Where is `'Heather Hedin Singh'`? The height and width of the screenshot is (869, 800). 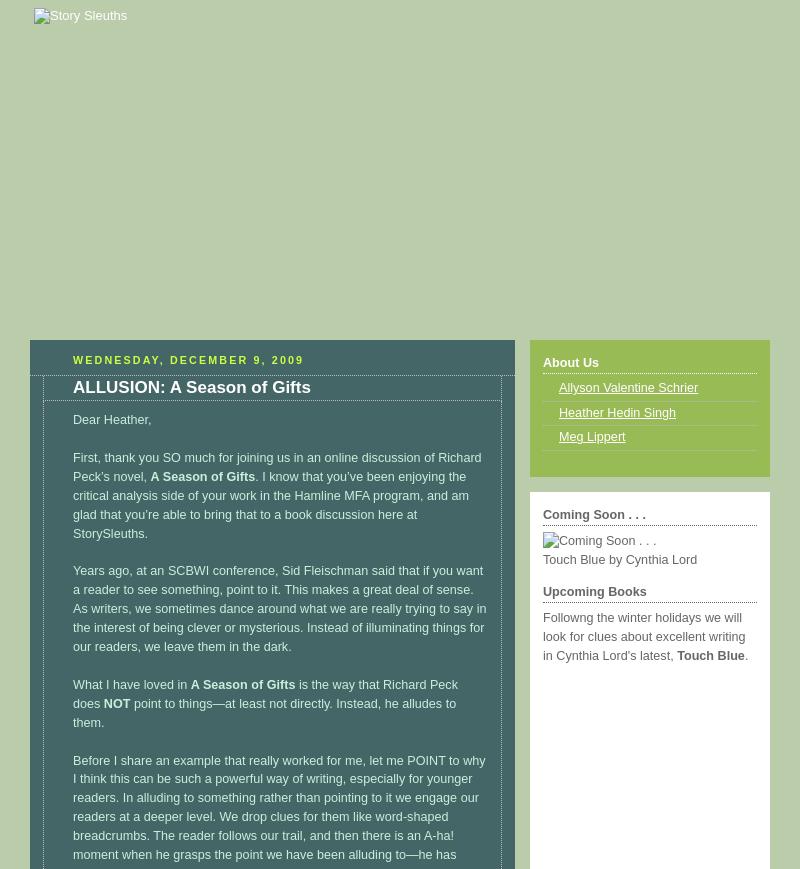
'Heather Hedin Singh' is located at coordinates (617, 410).